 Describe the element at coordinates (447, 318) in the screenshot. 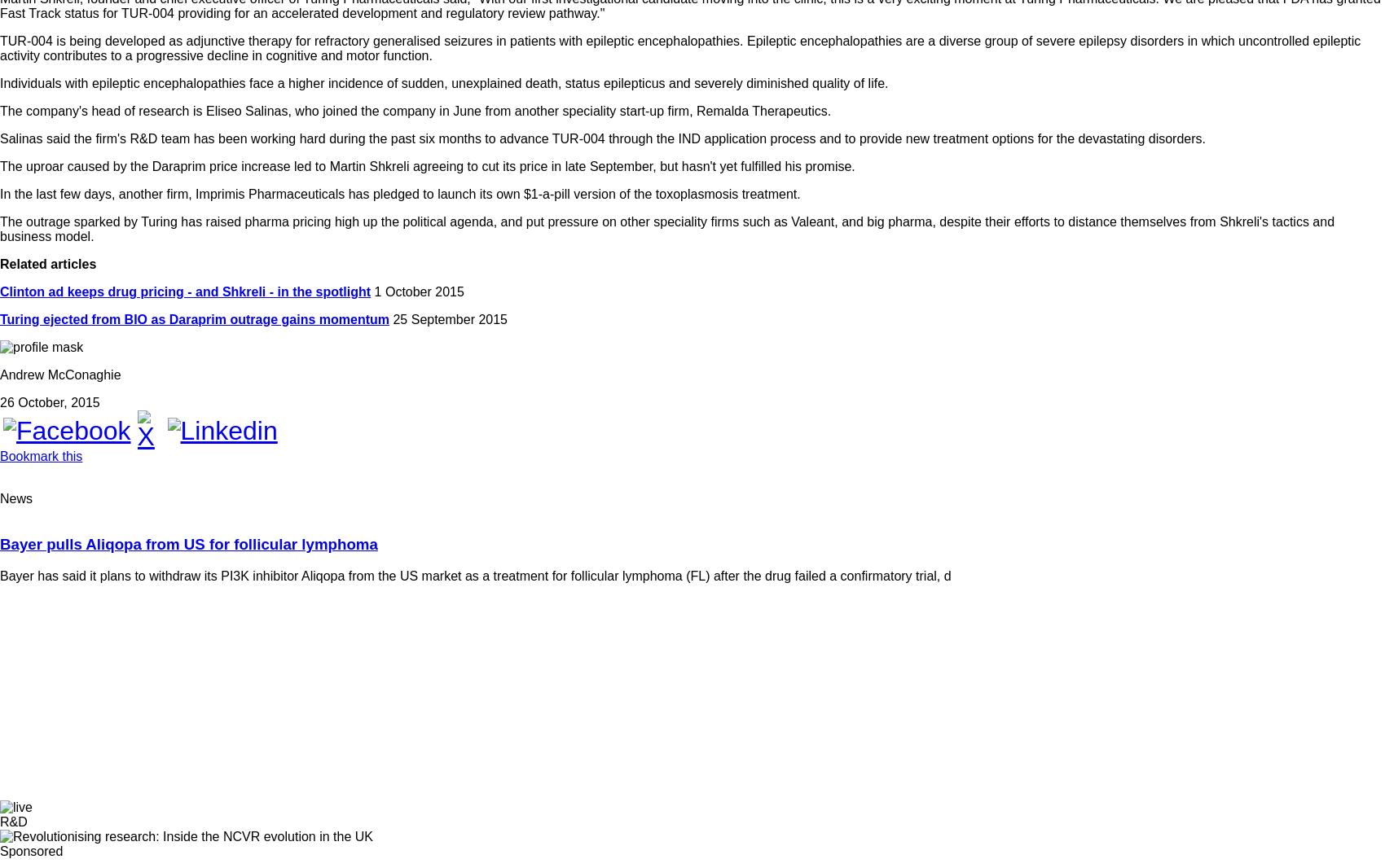

I see `'25 September 2015'` at that location.